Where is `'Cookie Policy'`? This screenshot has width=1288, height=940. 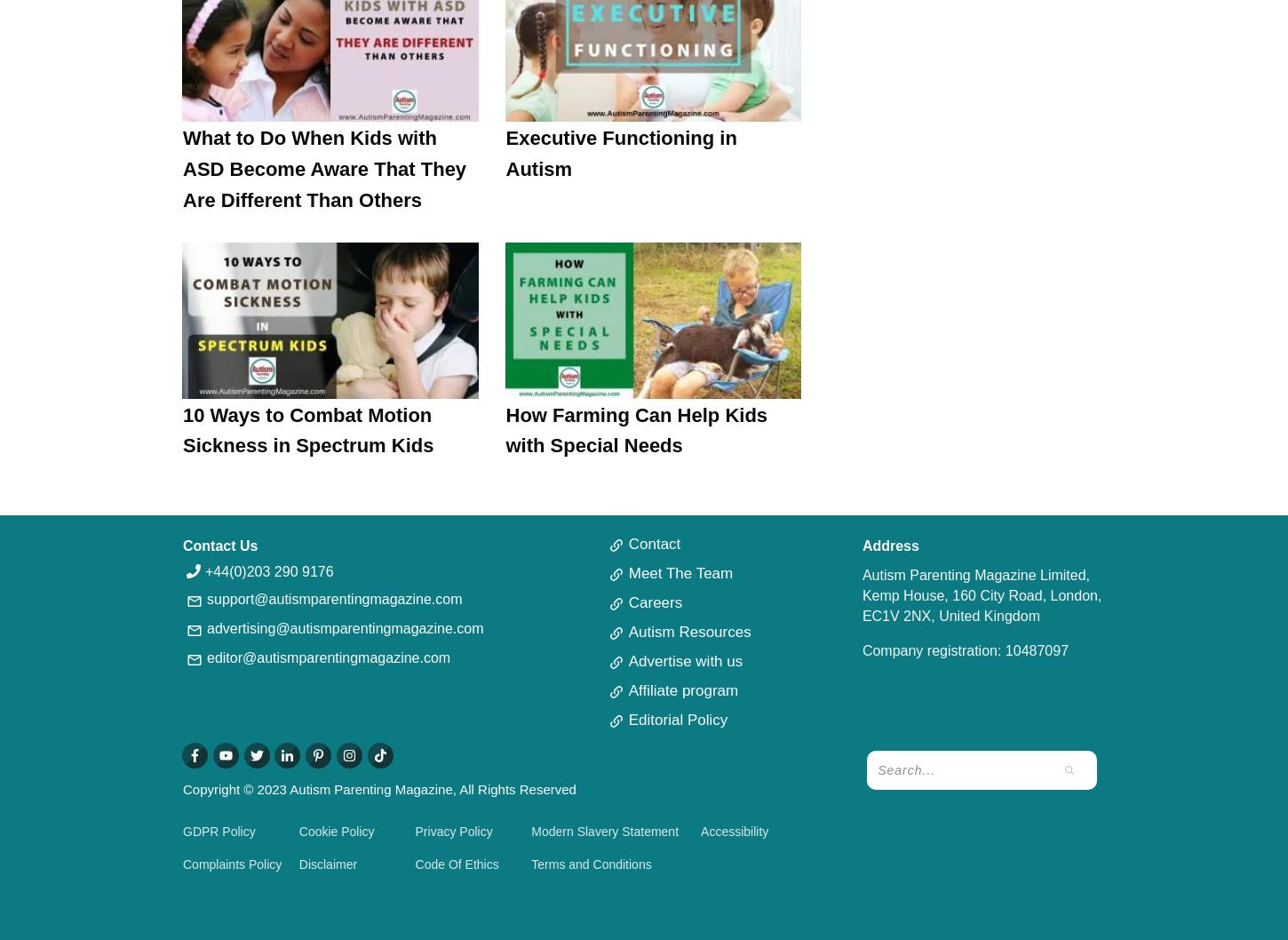
'Cookie Policy' is located at coordinates (335, 832).